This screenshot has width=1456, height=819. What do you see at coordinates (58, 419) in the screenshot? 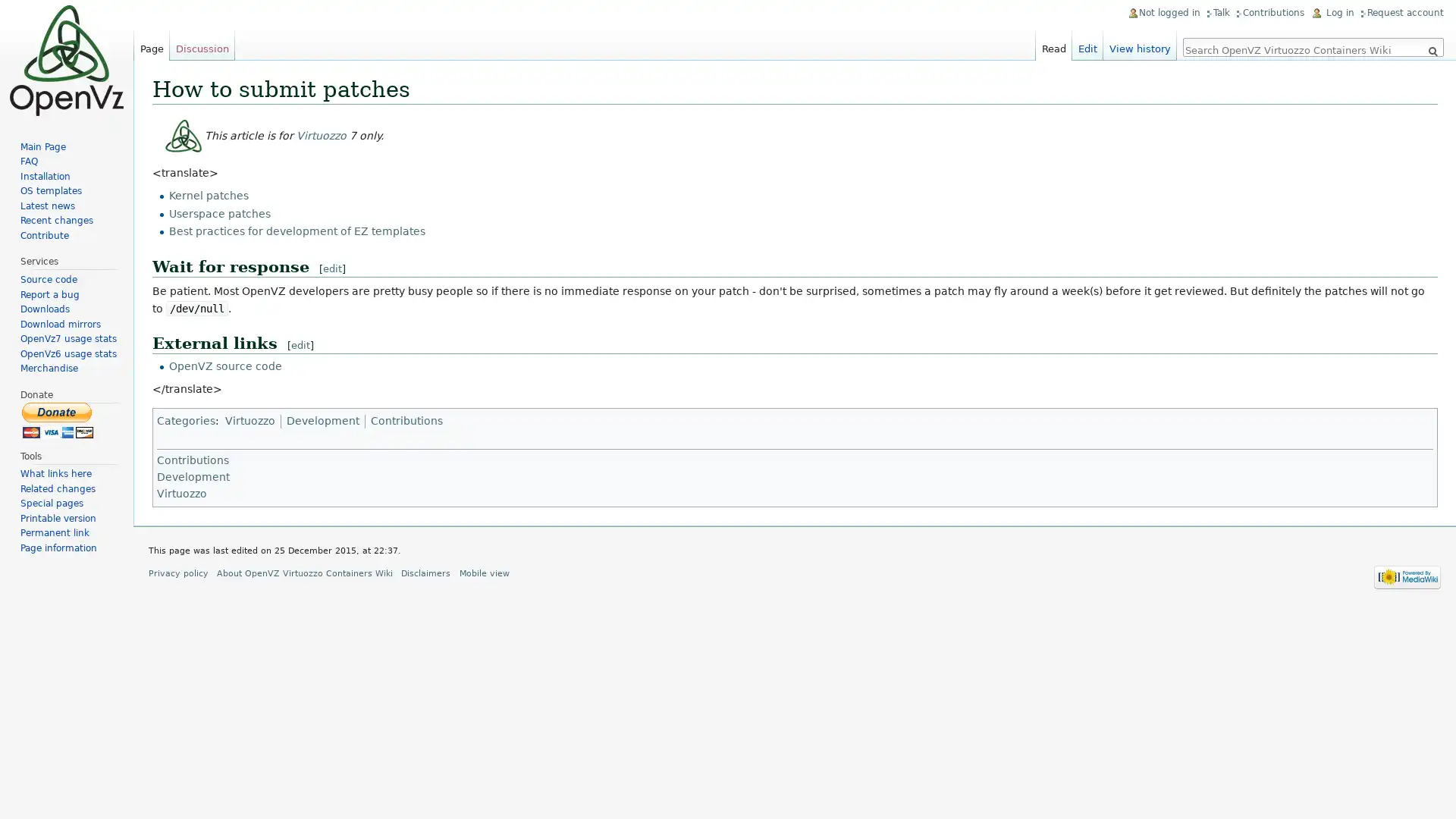
I see `PayPal - The safer, easier way to pay online!` at bounding box center [58, 419].